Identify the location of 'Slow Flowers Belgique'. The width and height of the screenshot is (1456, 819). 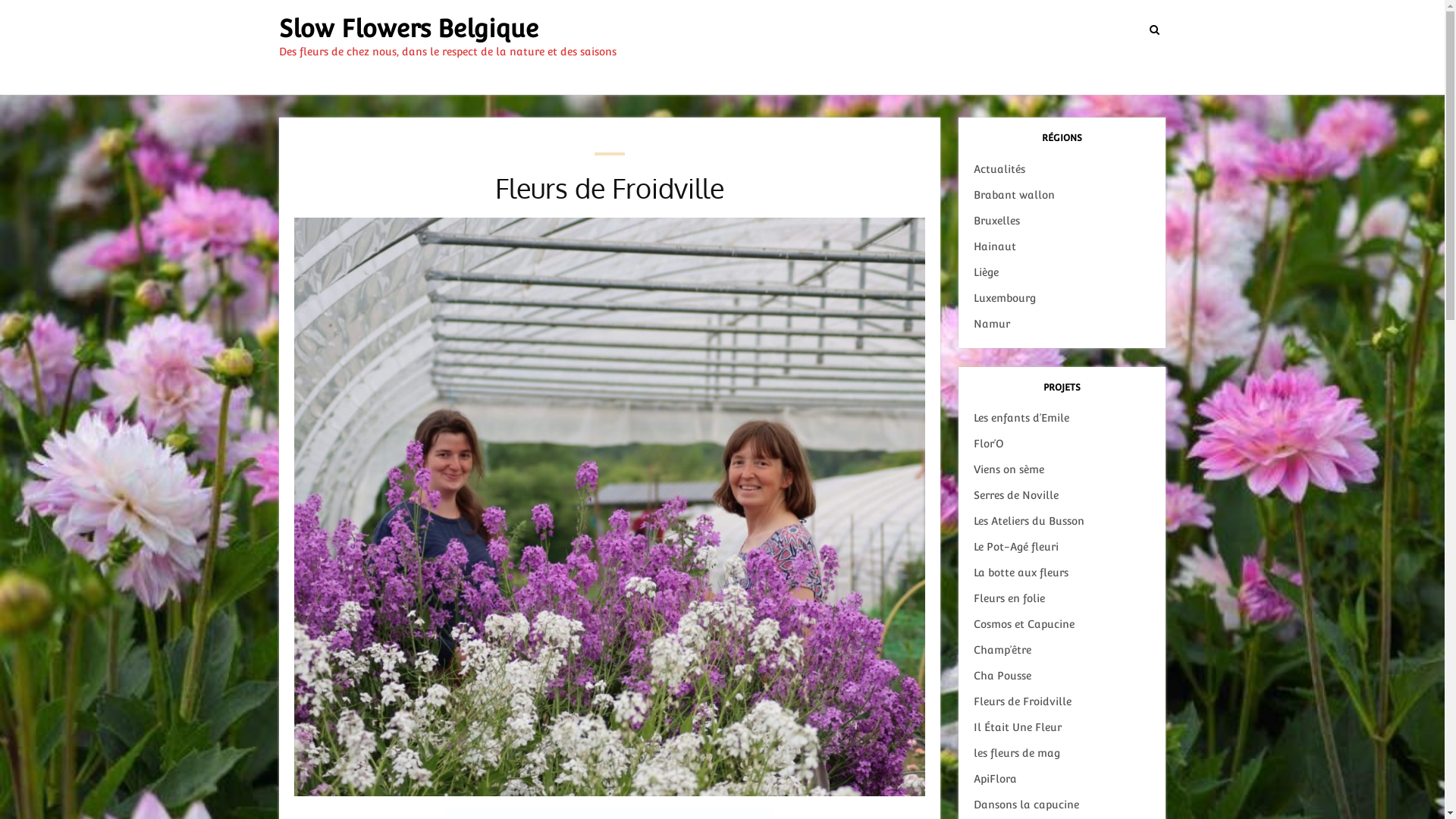
(408, 28).